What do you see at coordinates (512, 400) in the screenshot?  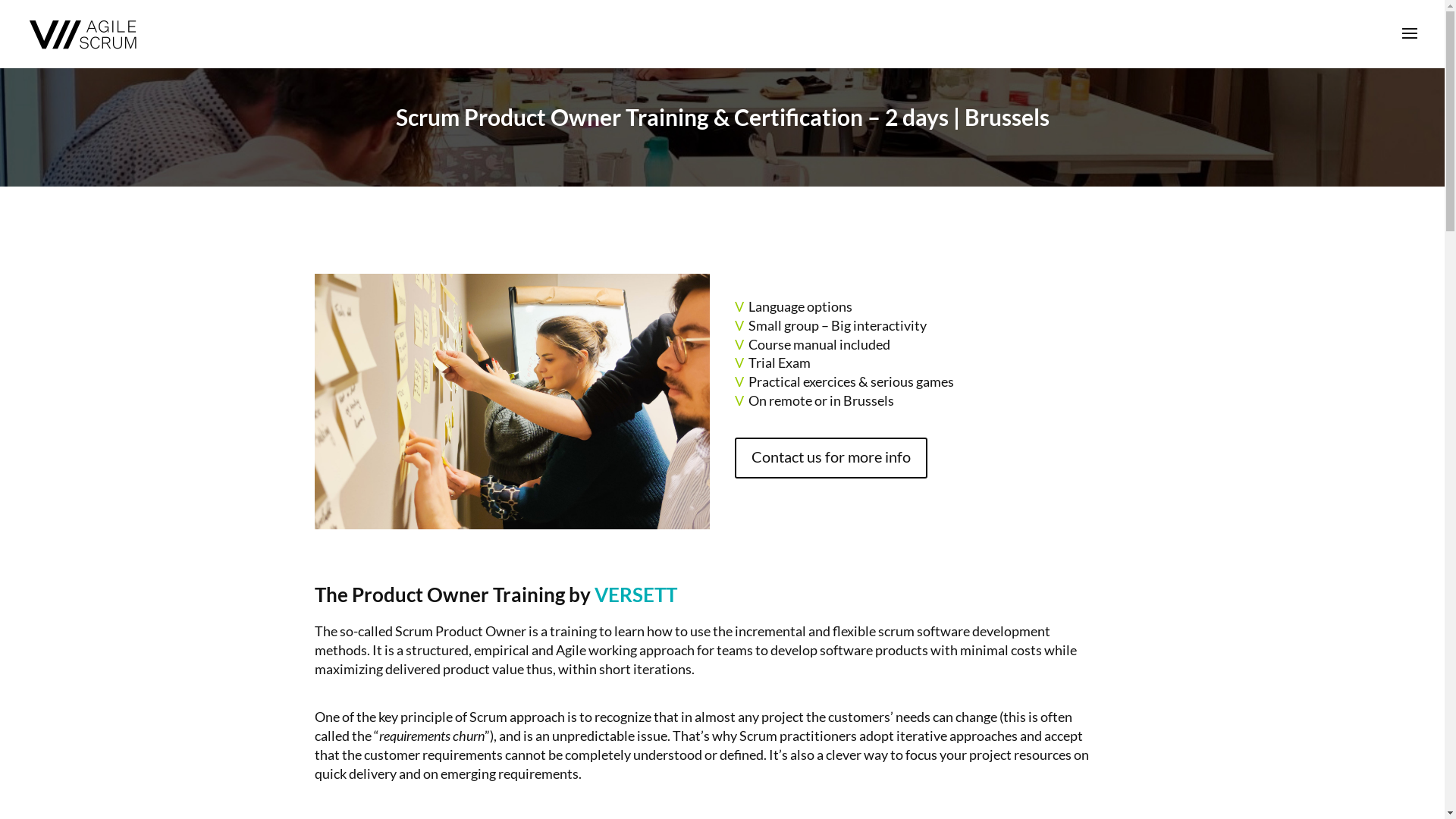 I see `'IMG_20230307_193358 (1)'` at bounding box center [512, 400].